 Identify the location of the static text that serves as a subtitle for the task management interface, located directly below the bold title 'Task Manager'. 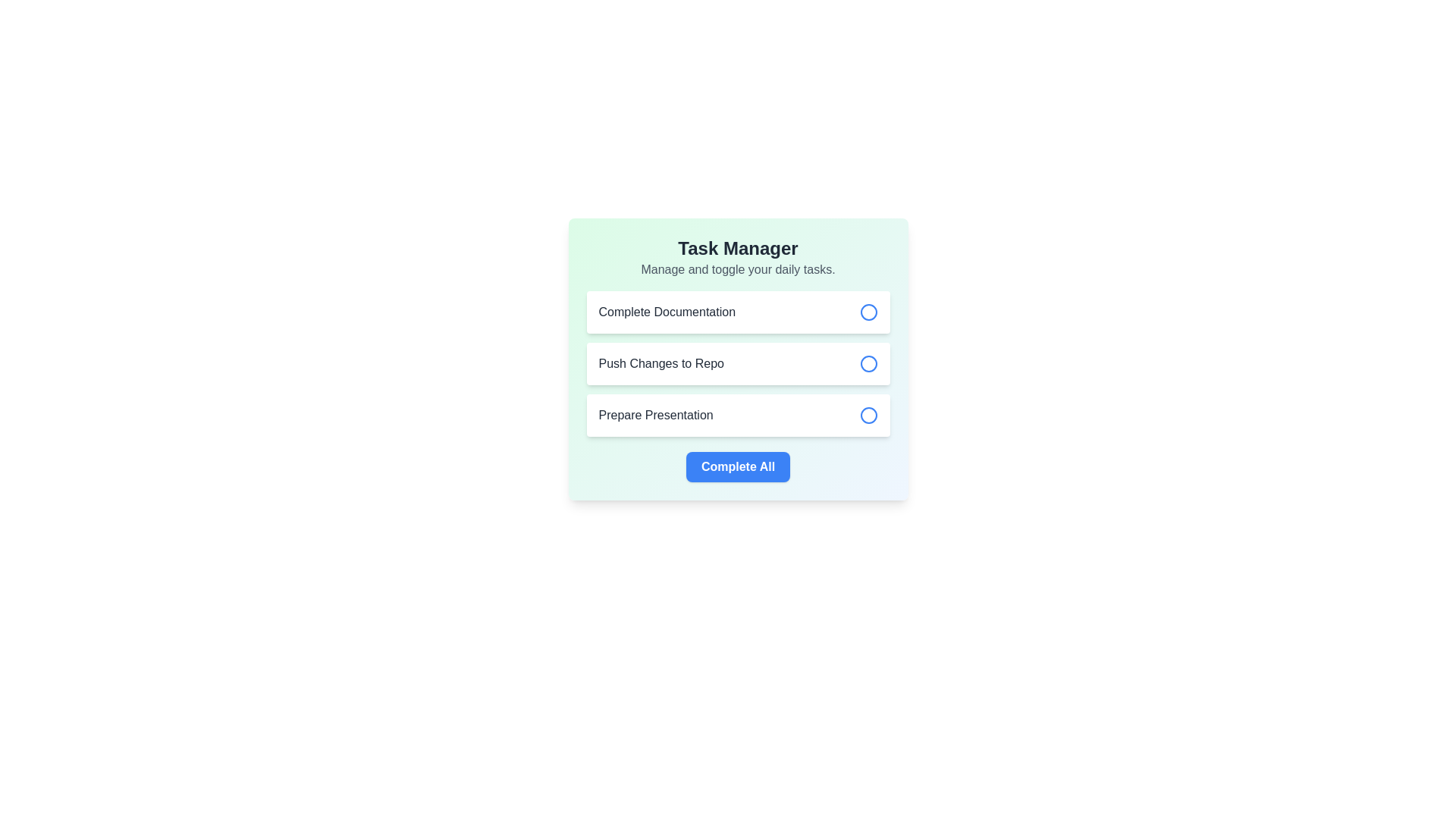
(738, 268).